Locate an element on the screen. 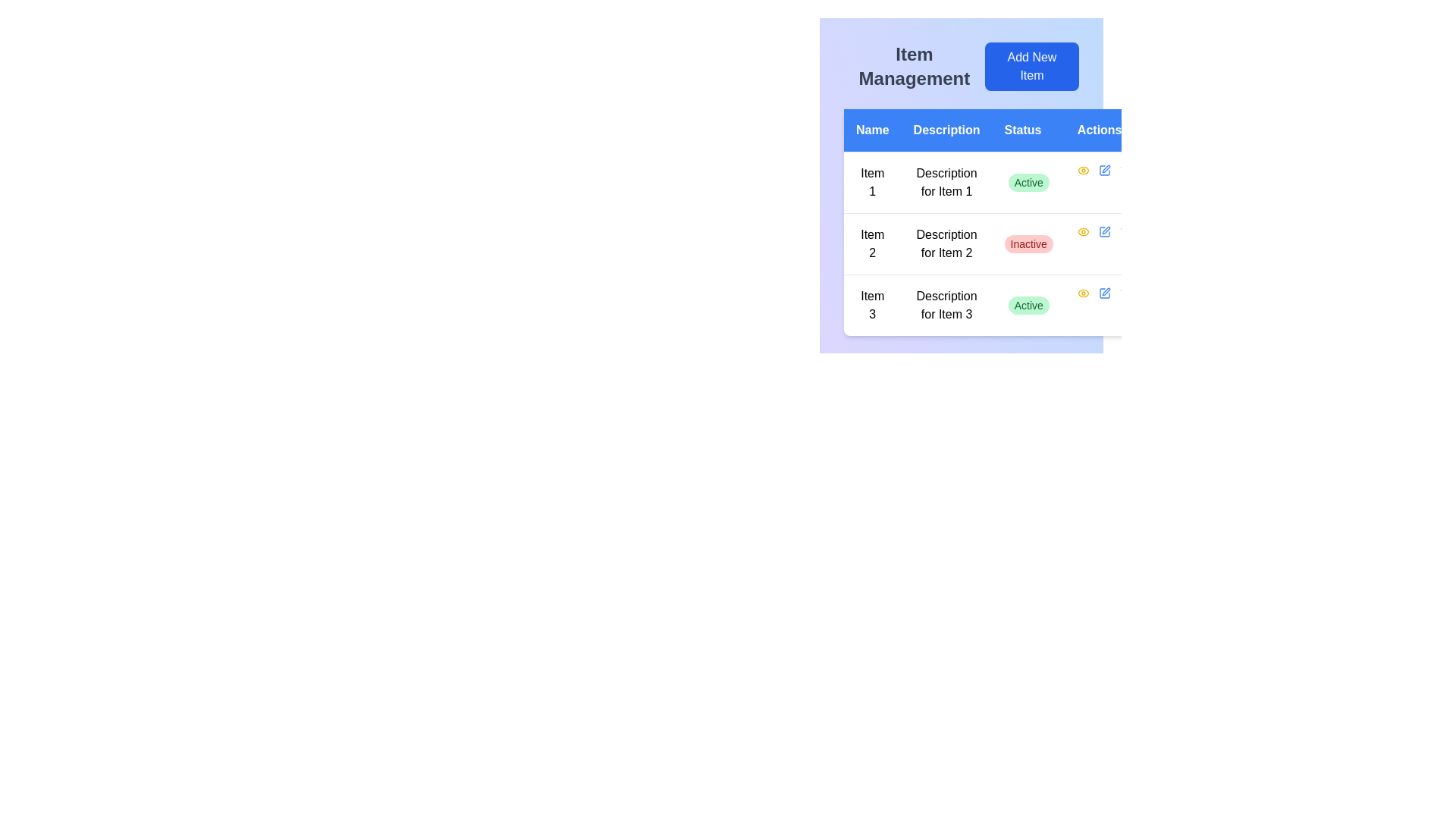 Image resolution: width=1456 pixels, height=819 pixels. the 'edit' button for 'Item 2' in the Actions column is located at coordinates (1104, 231).